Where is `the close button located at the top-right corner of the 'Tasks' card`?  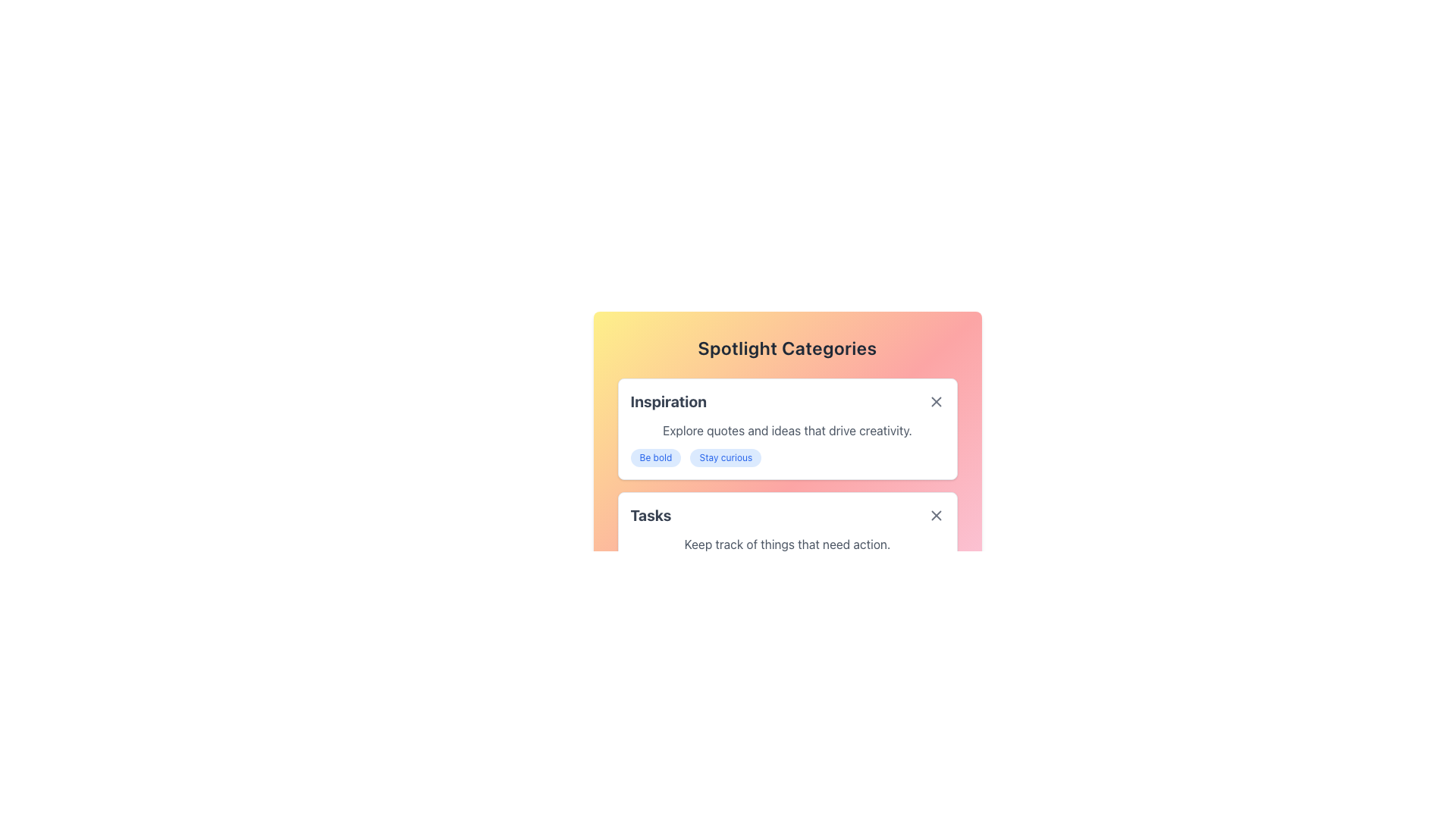
the close button located at the top-right corner of the 'Tasks' card is located at coordinates (935, 514).